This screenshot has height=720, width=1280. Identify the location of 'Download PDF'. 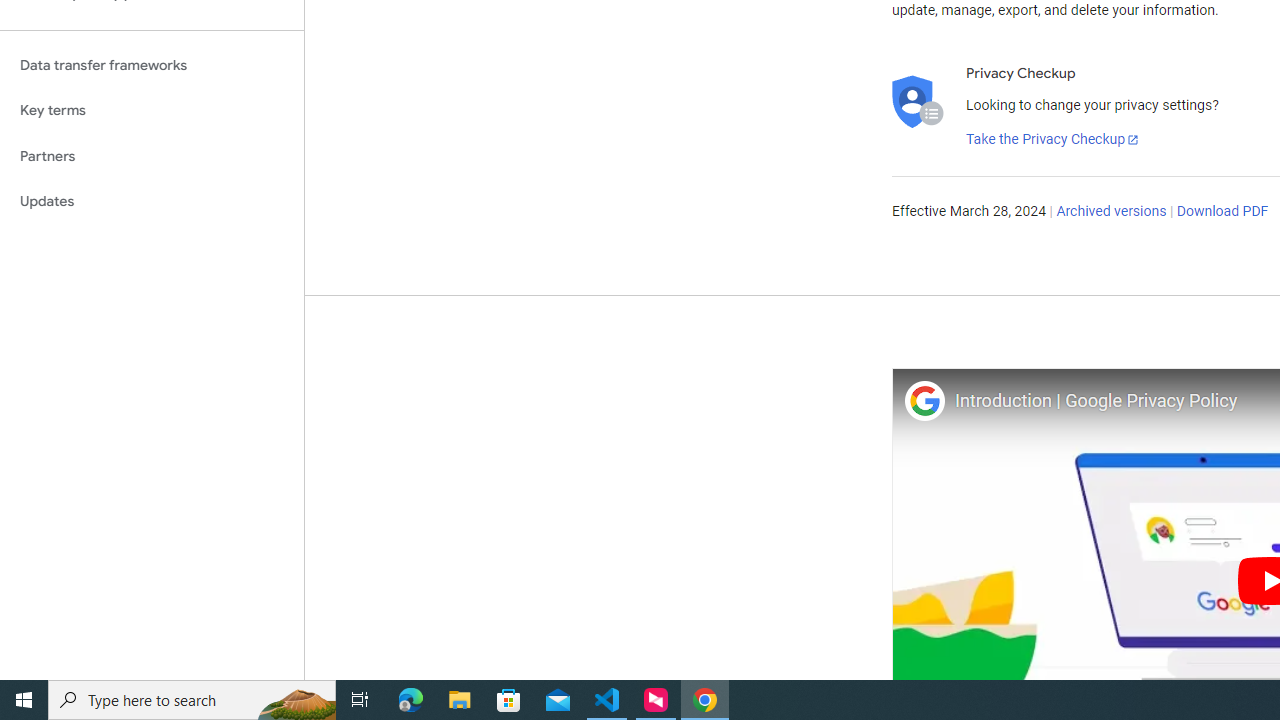
(1221, 212).